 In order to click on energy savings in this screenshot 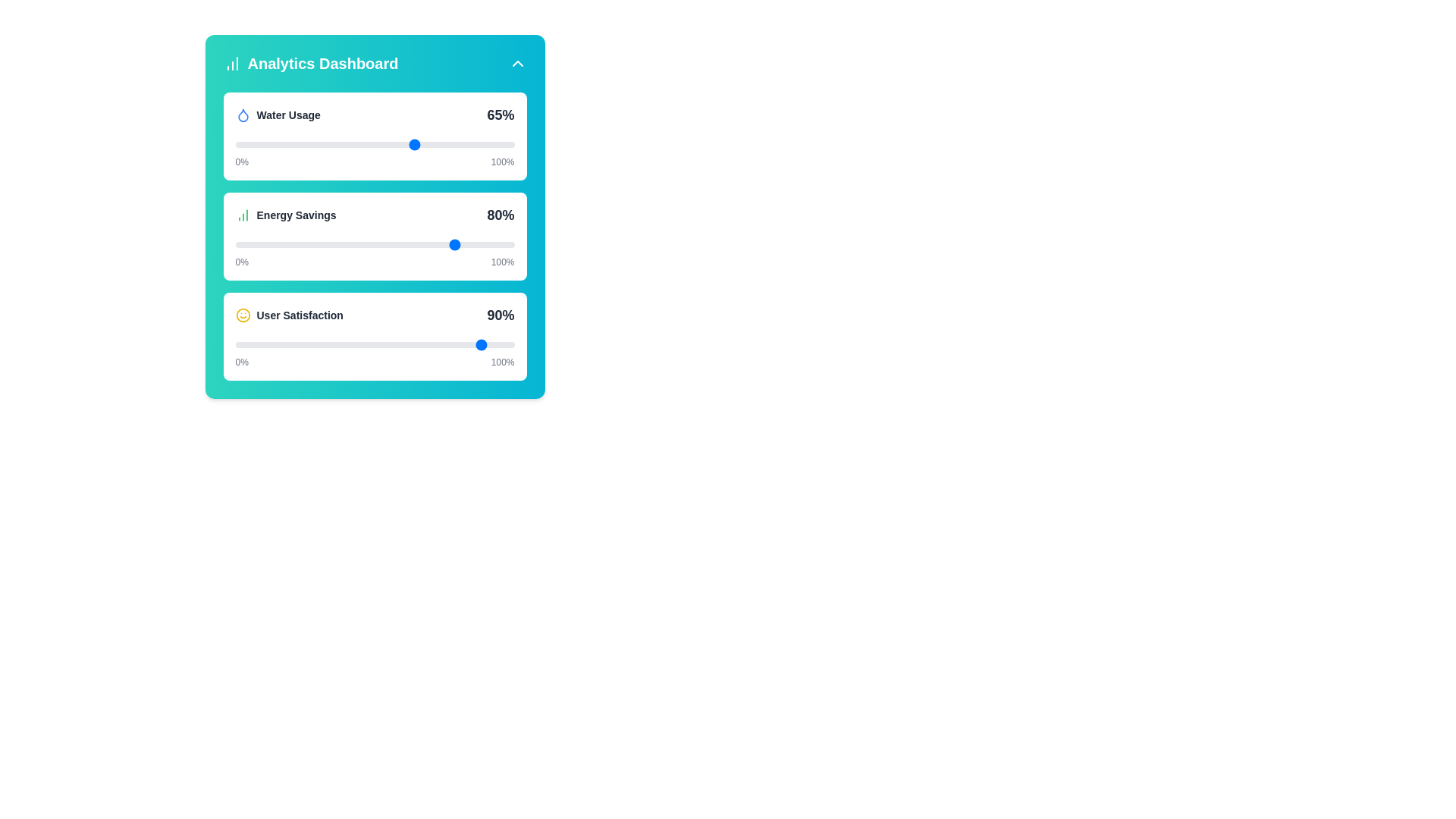, I will do `click(414, 244)`.